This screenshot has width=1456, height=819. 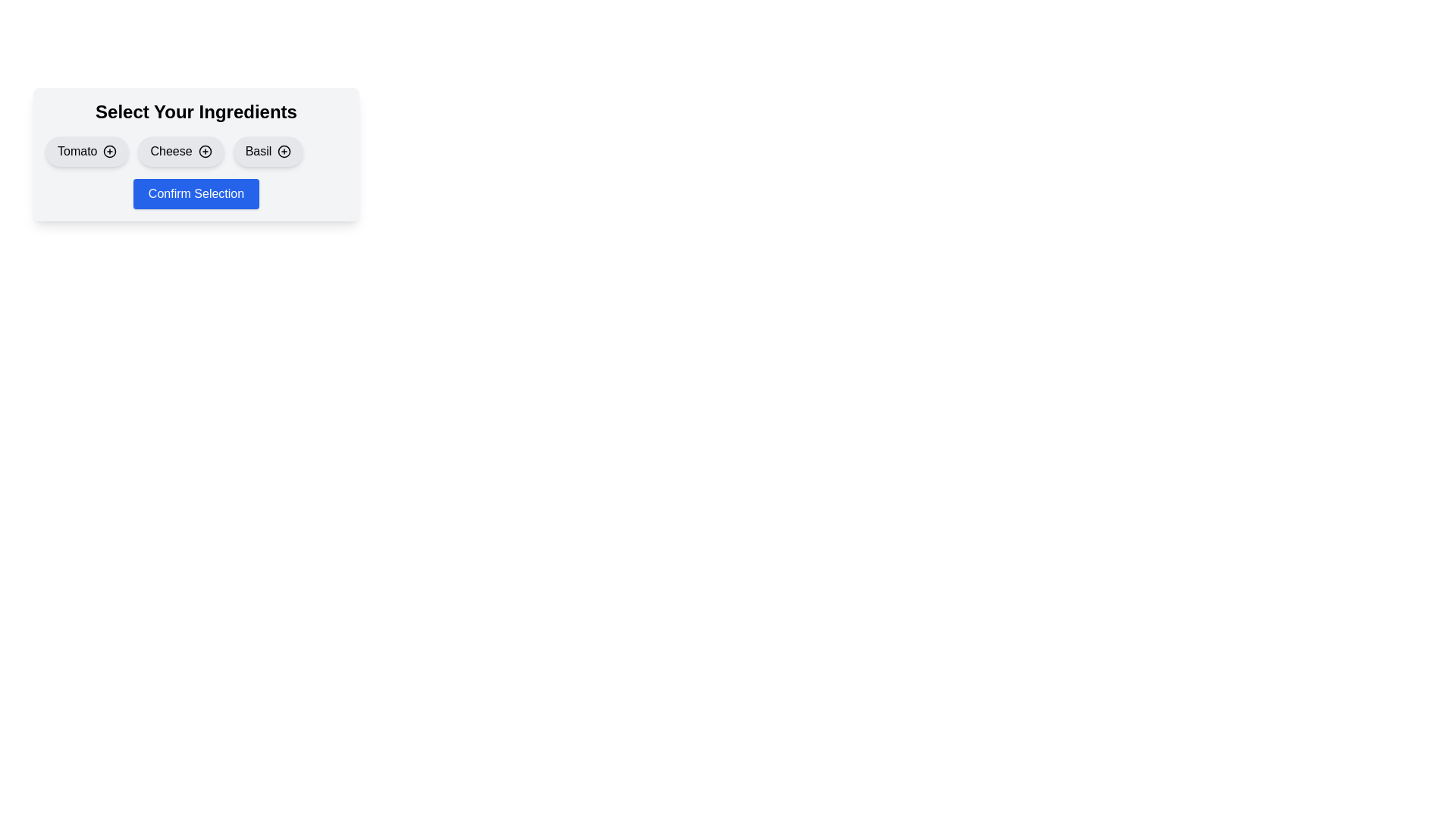 What do you see at coordinates (196, 193) in the screenshot?
I see `the 'Confirm Selection' button to confirm the ingredient selection` at bounding box center [196, 193].